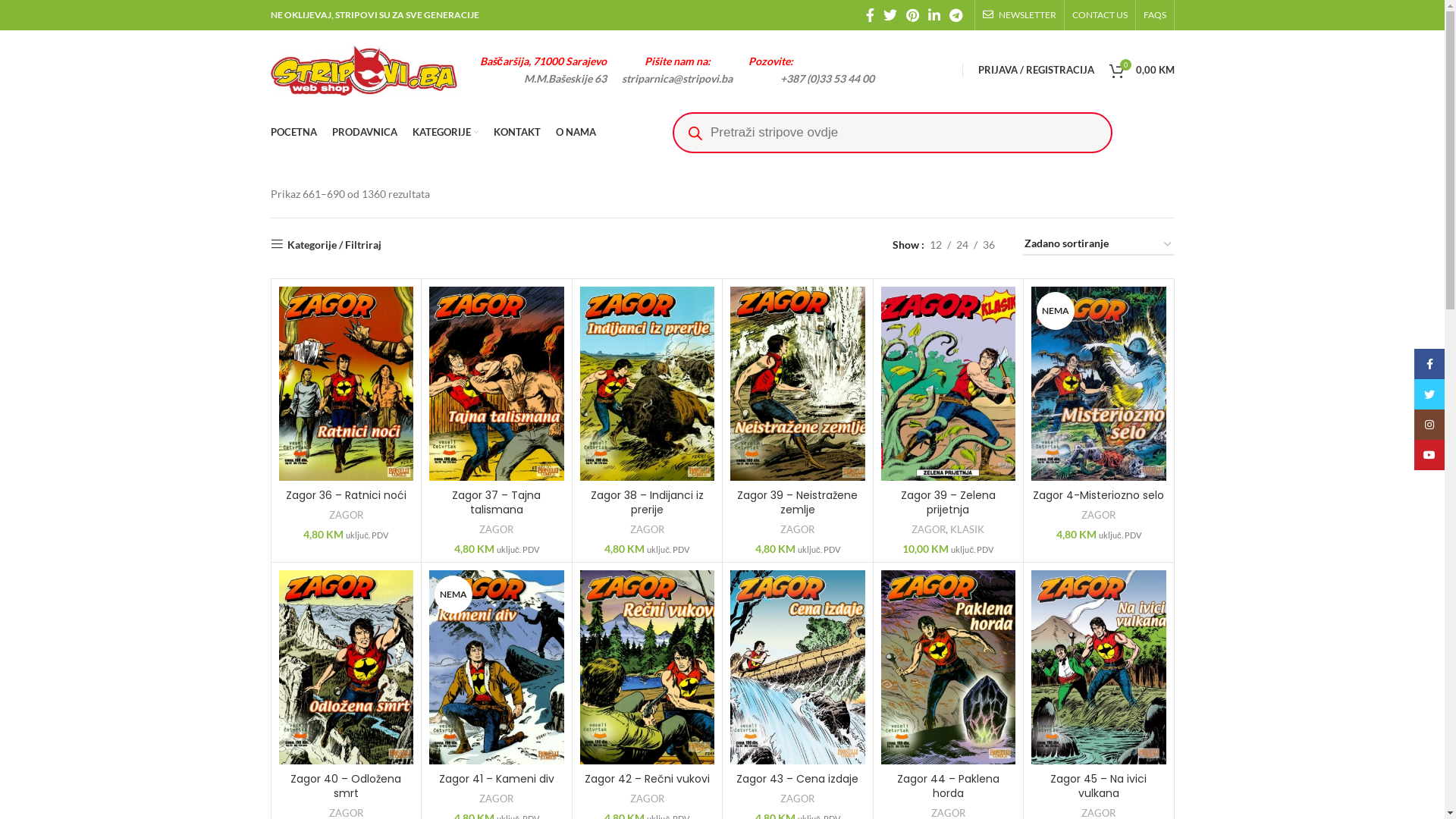 This screenshot has height=819, width=1456. Describe the element at coordinates (934, 244) in the screenshot. I see `'12'` at that location.